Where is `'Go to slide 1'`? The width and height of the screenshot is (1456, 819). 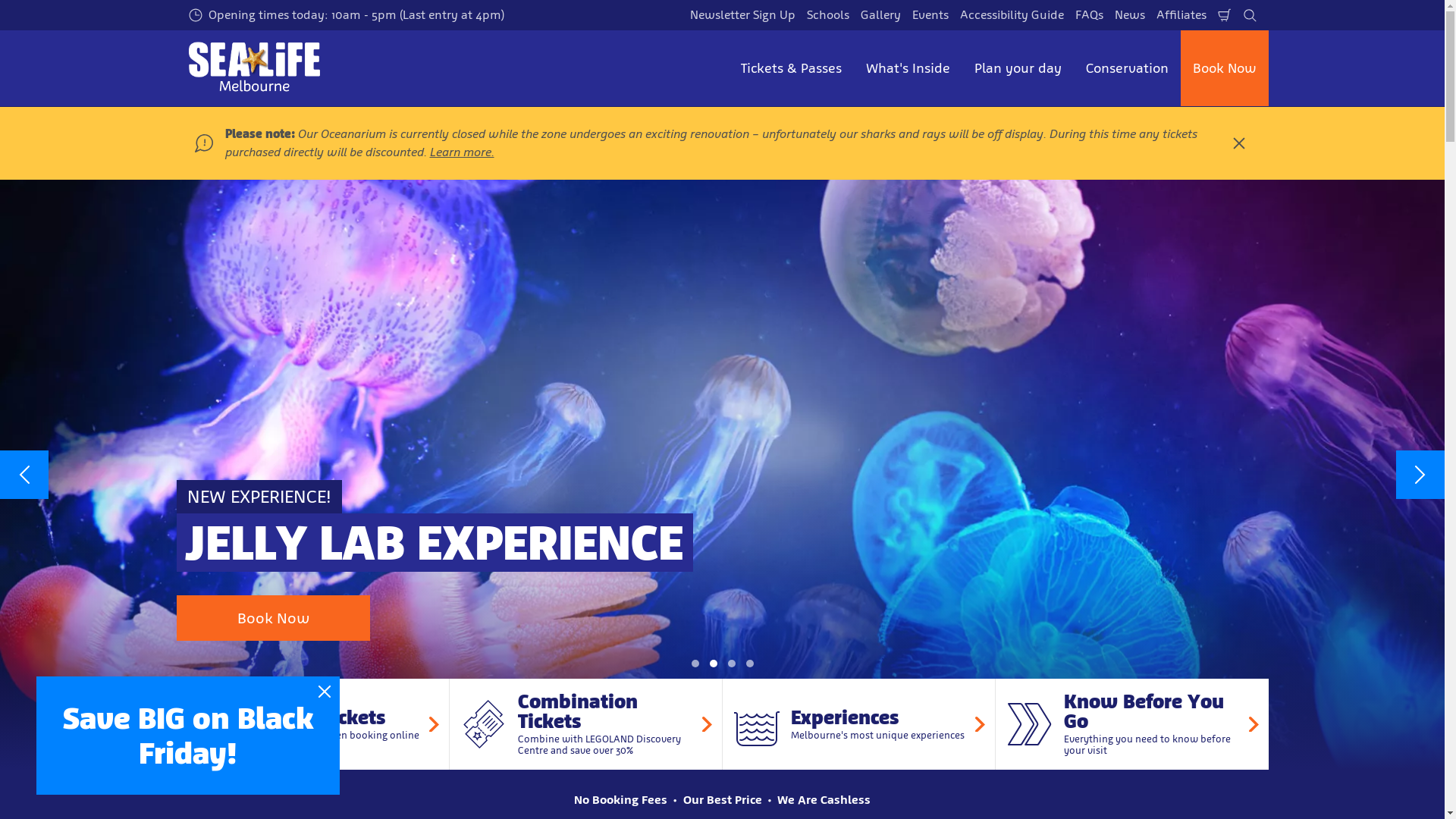
'Go to slide 1' is located at coordinates (694, 663).